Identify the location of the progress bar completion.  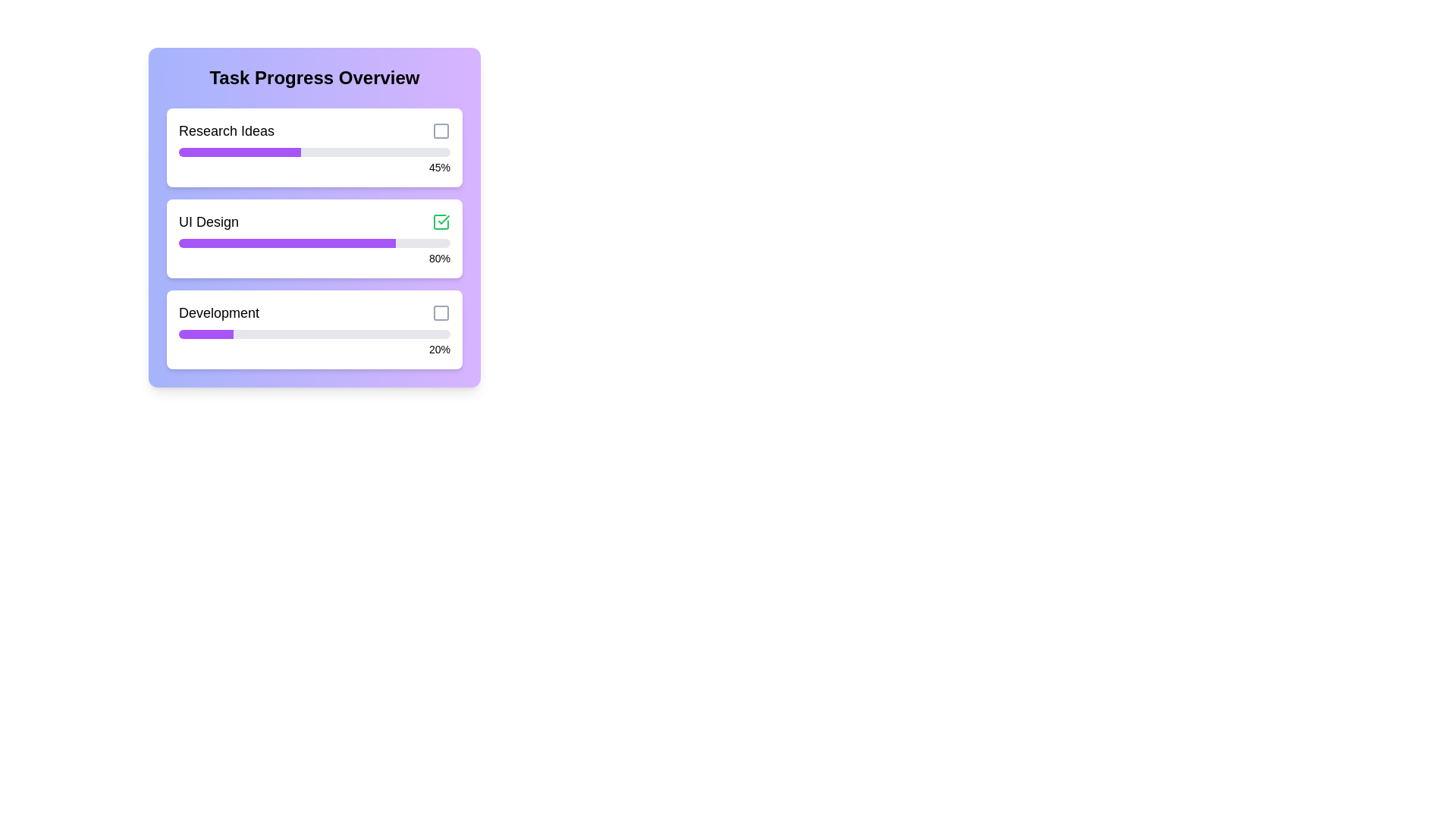
(318, 242).